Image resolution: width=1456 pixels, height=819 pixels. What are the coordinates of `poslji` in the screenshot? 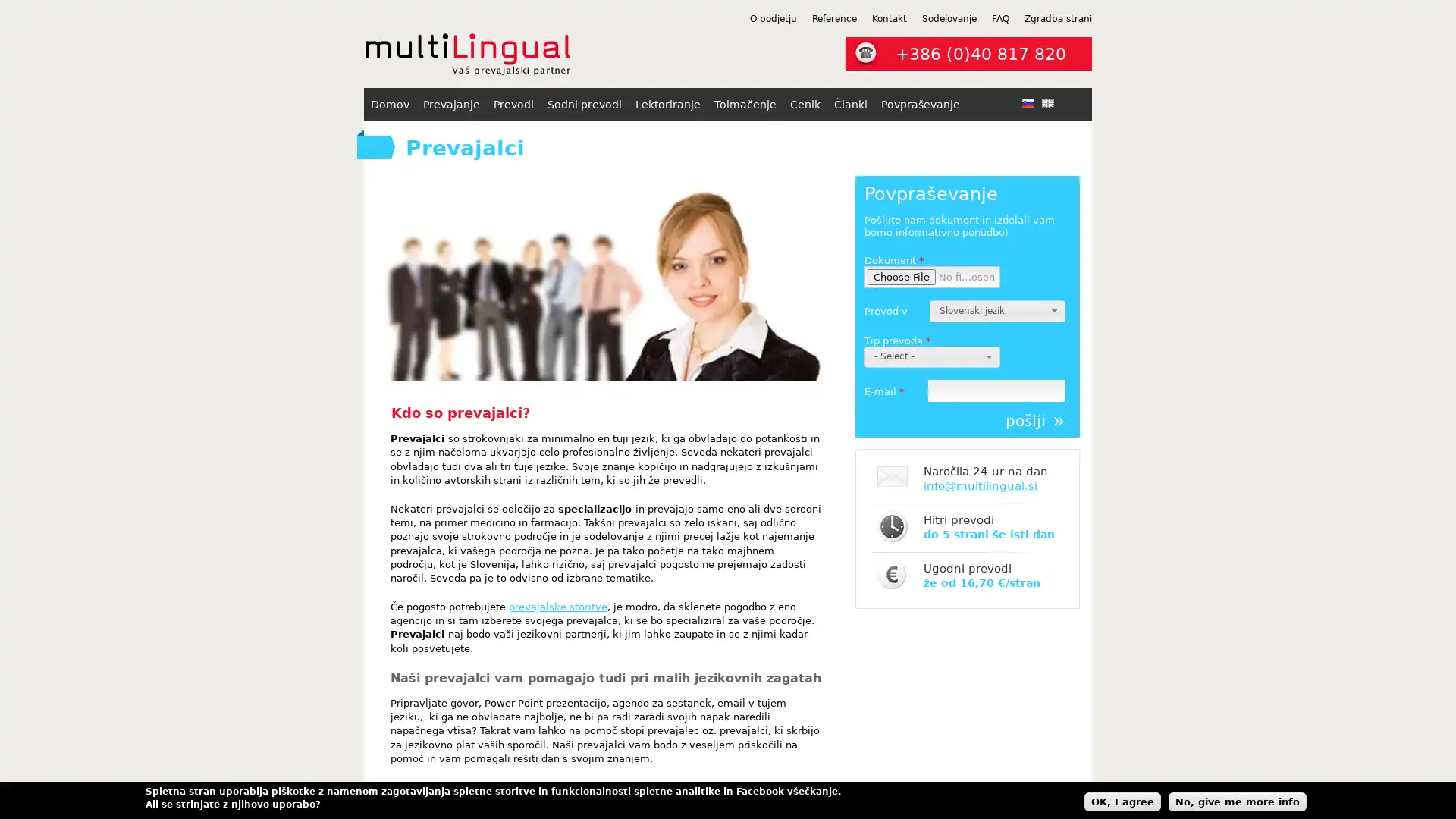 It's located at (1034, 421).